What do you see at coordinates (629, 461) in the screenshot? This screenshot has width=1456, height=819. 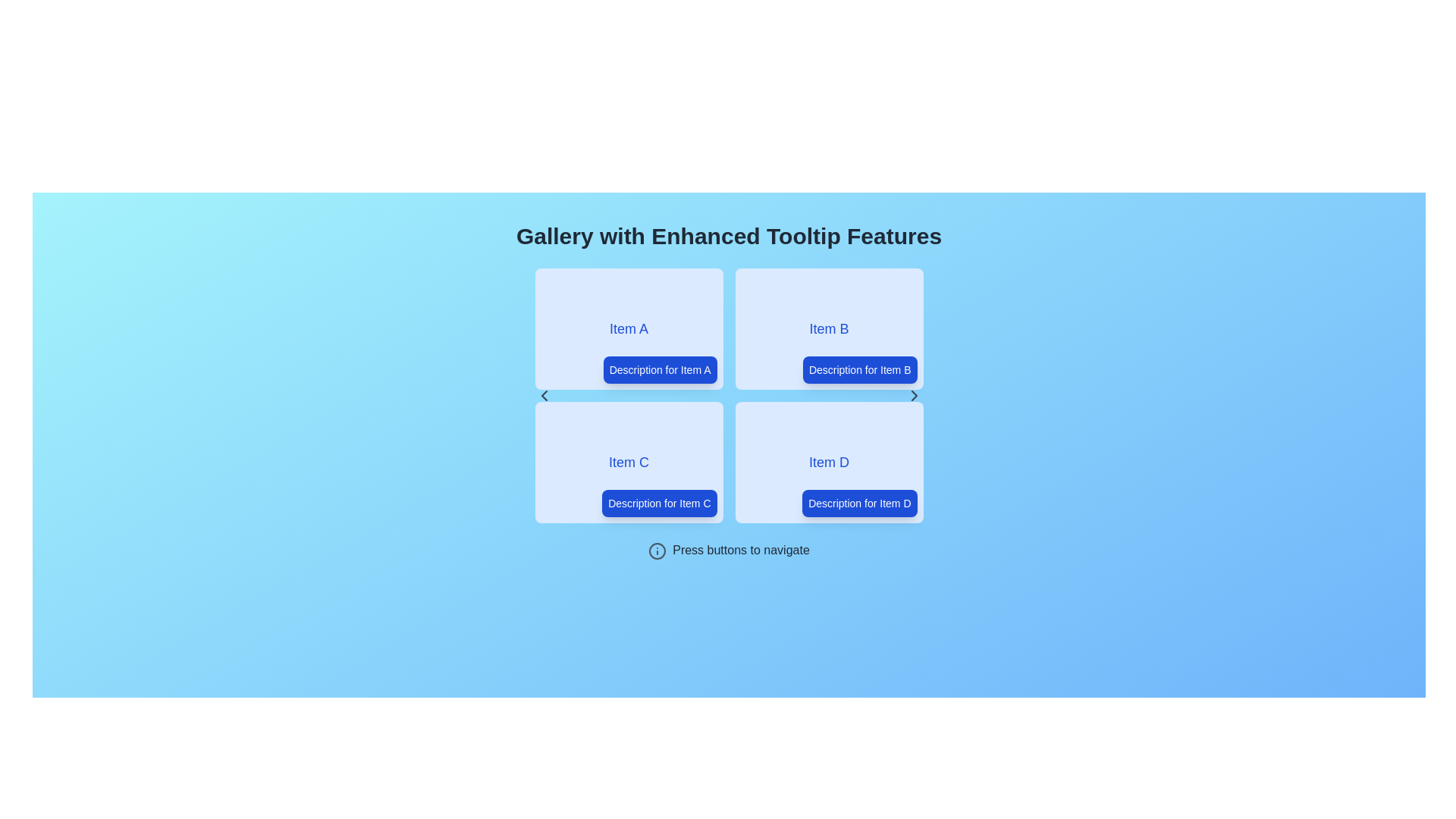 I see `text in the information card displaying 'Item C' and its description 'Description for Item C', located as the third card in a grid layout, below 'Item A' and to the left of 'Item D'` at bounding box center [629, 461].